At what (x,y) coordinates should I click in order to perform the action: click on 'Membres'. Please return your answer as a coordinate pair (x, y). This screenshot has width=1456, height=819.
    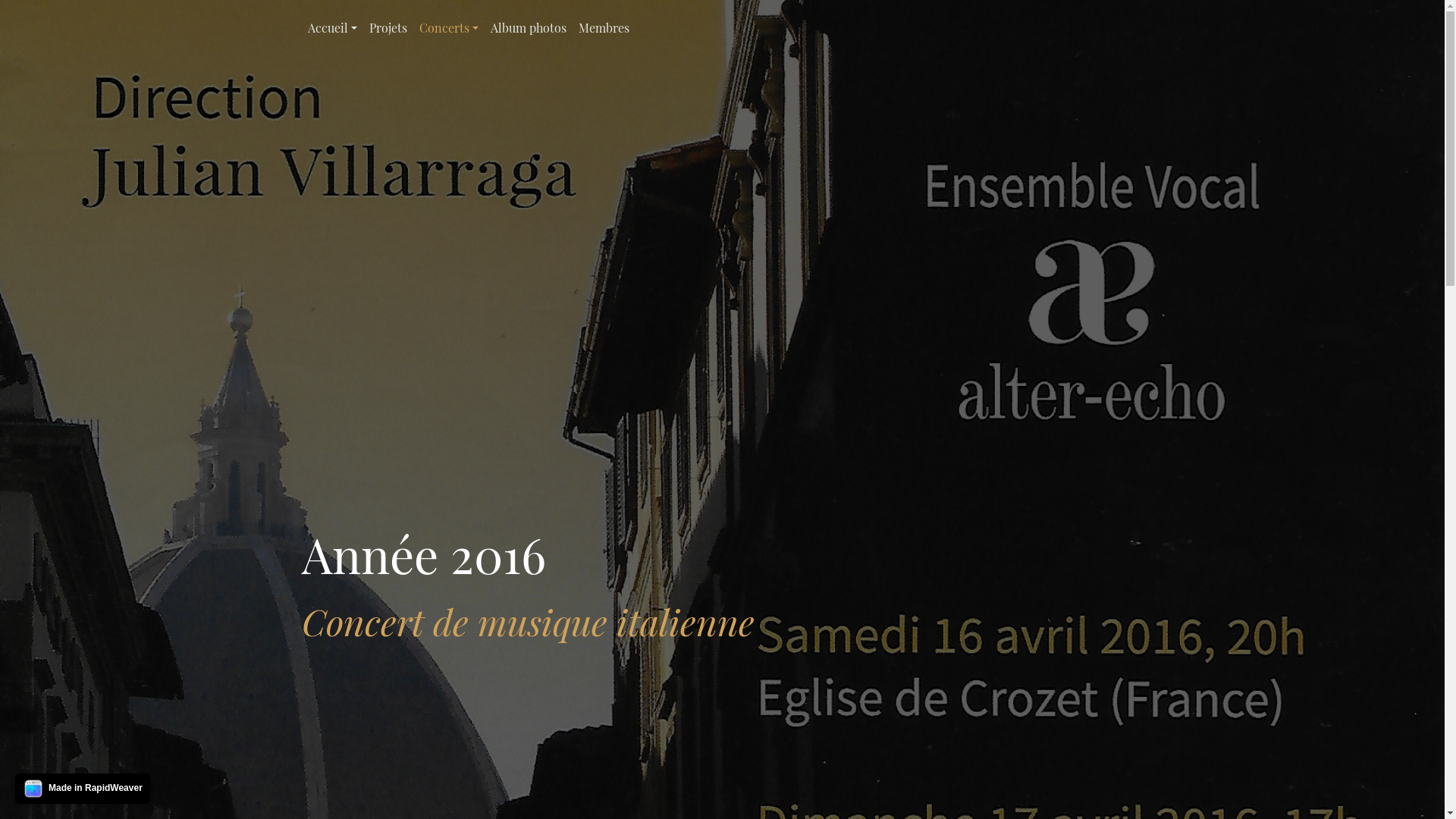
    Looking at the image, I should click on (571, 28).